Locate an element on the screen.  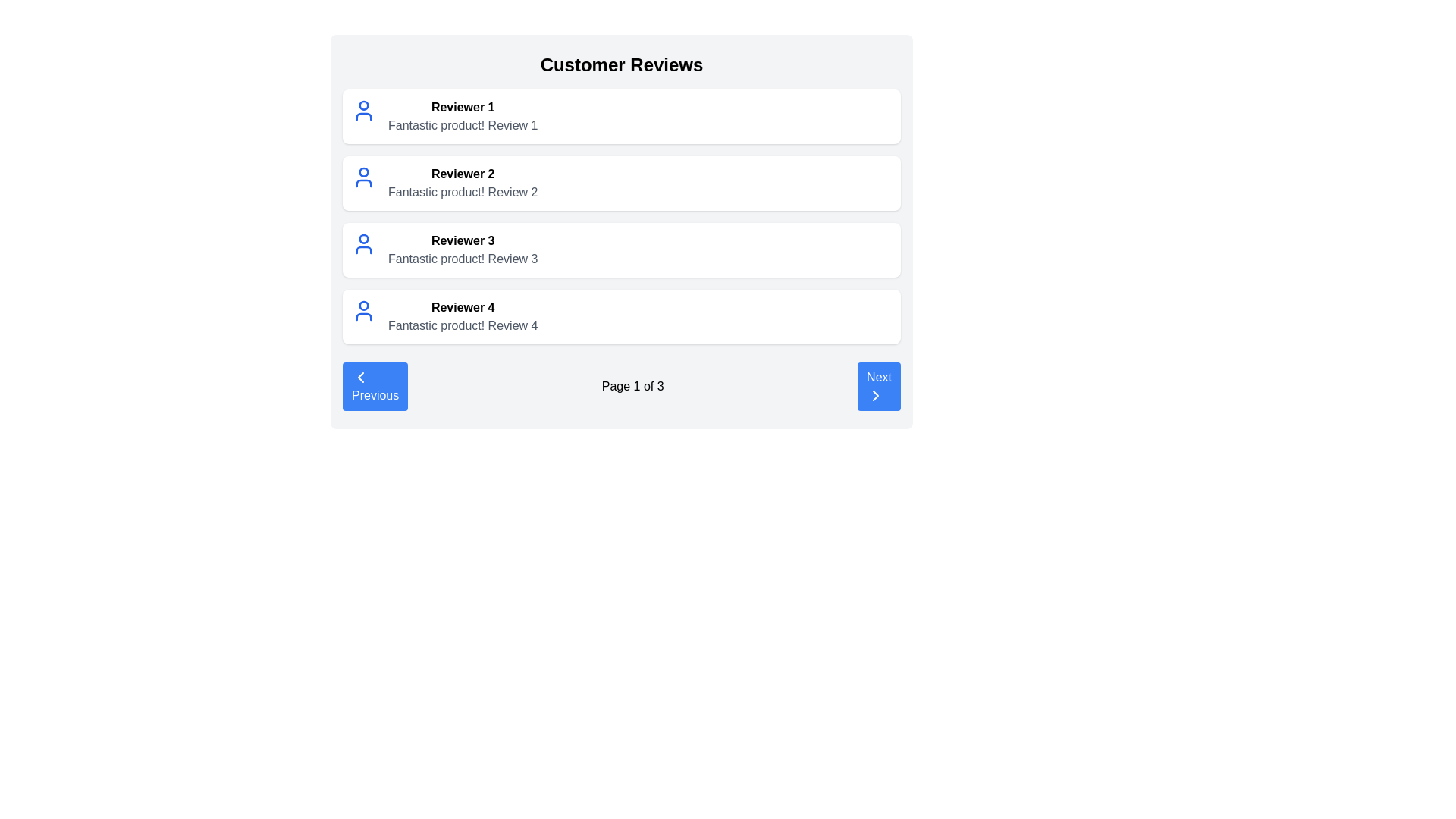
review details from the card displaying information submitted by 'Reviewer 2', located in the 'Customer Reviews' section is located at coordinates (622, 183).